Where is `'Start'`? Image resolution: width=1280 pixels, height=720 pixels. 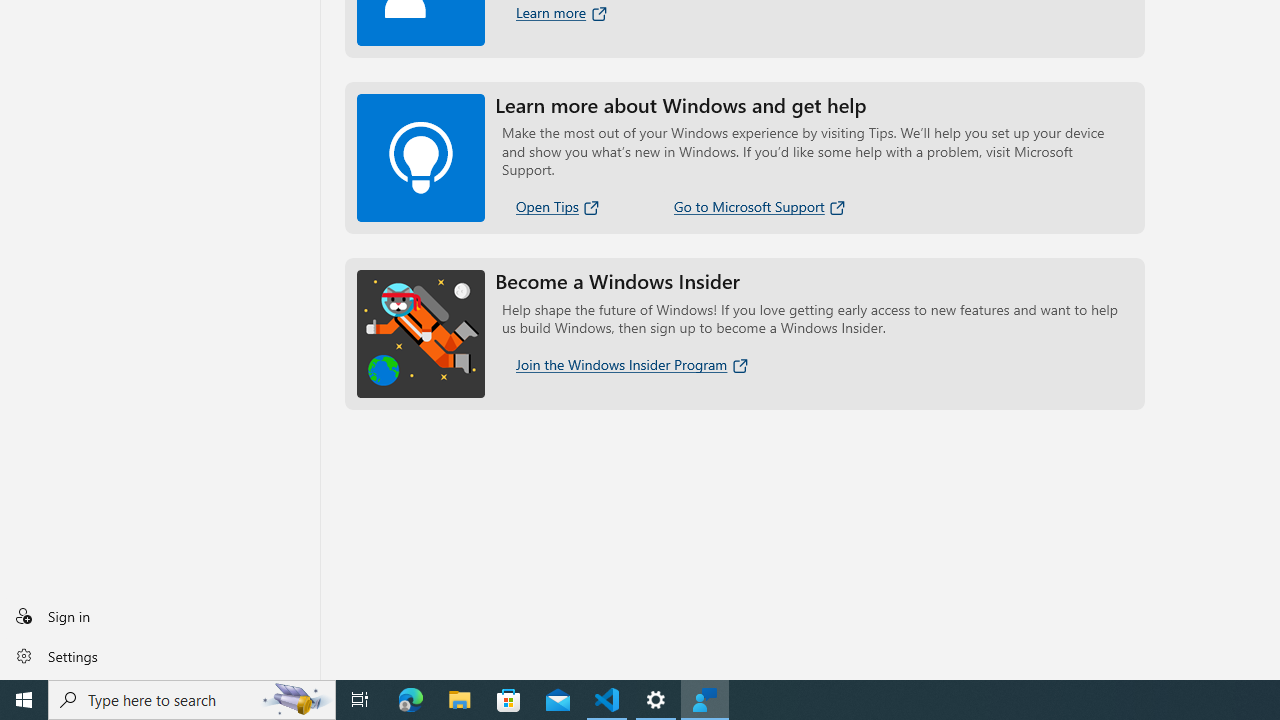 'Start' is located at coordinates (24, 698).